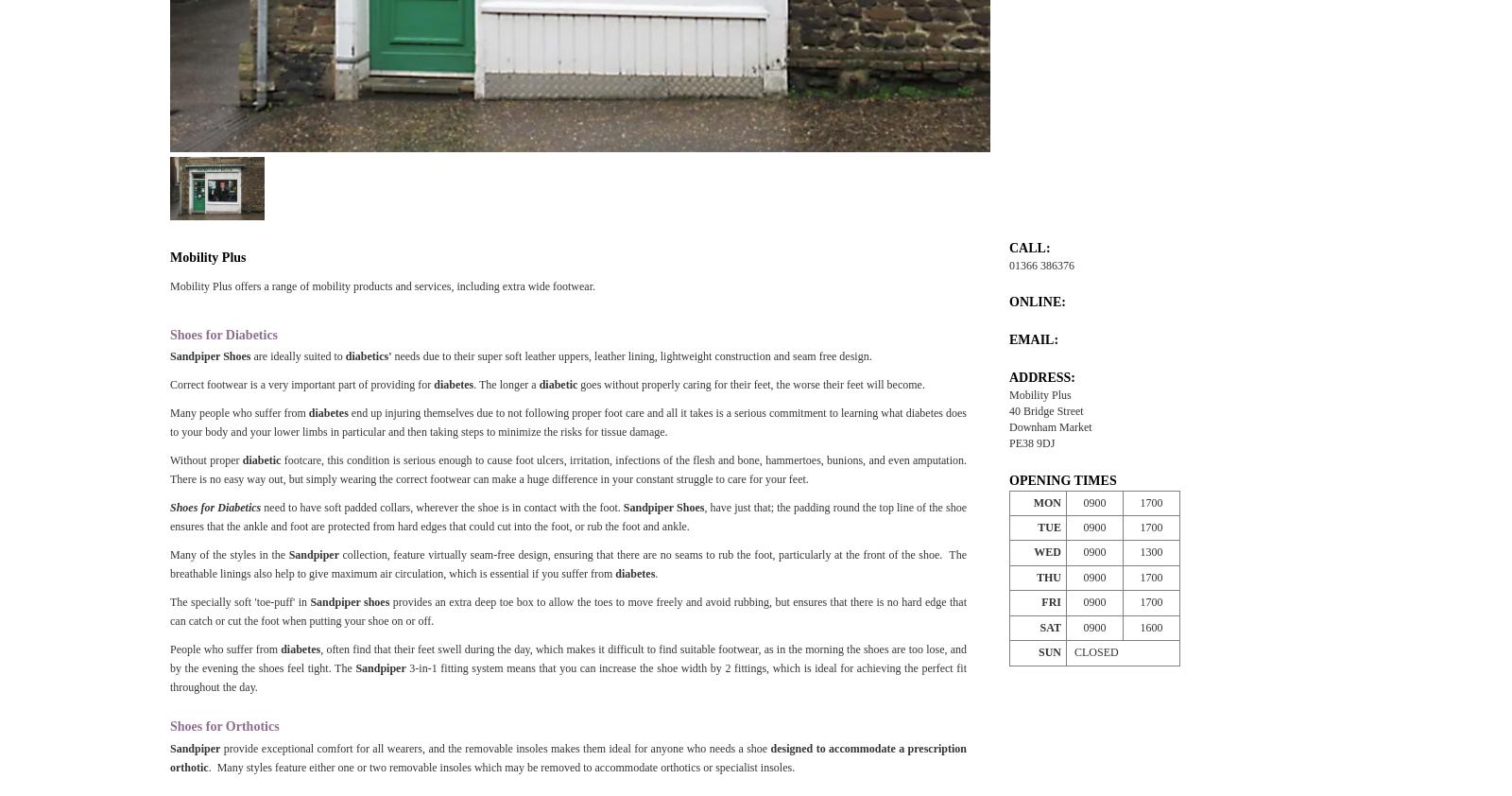 This screenshot has width=1512, height=796. What do you see at coordinates (381, 286) in the screenshot?
I see `'Mobility Plus offers a range of mobility products and services, including extra wide footwear.'` at bounding box center [381, 286].